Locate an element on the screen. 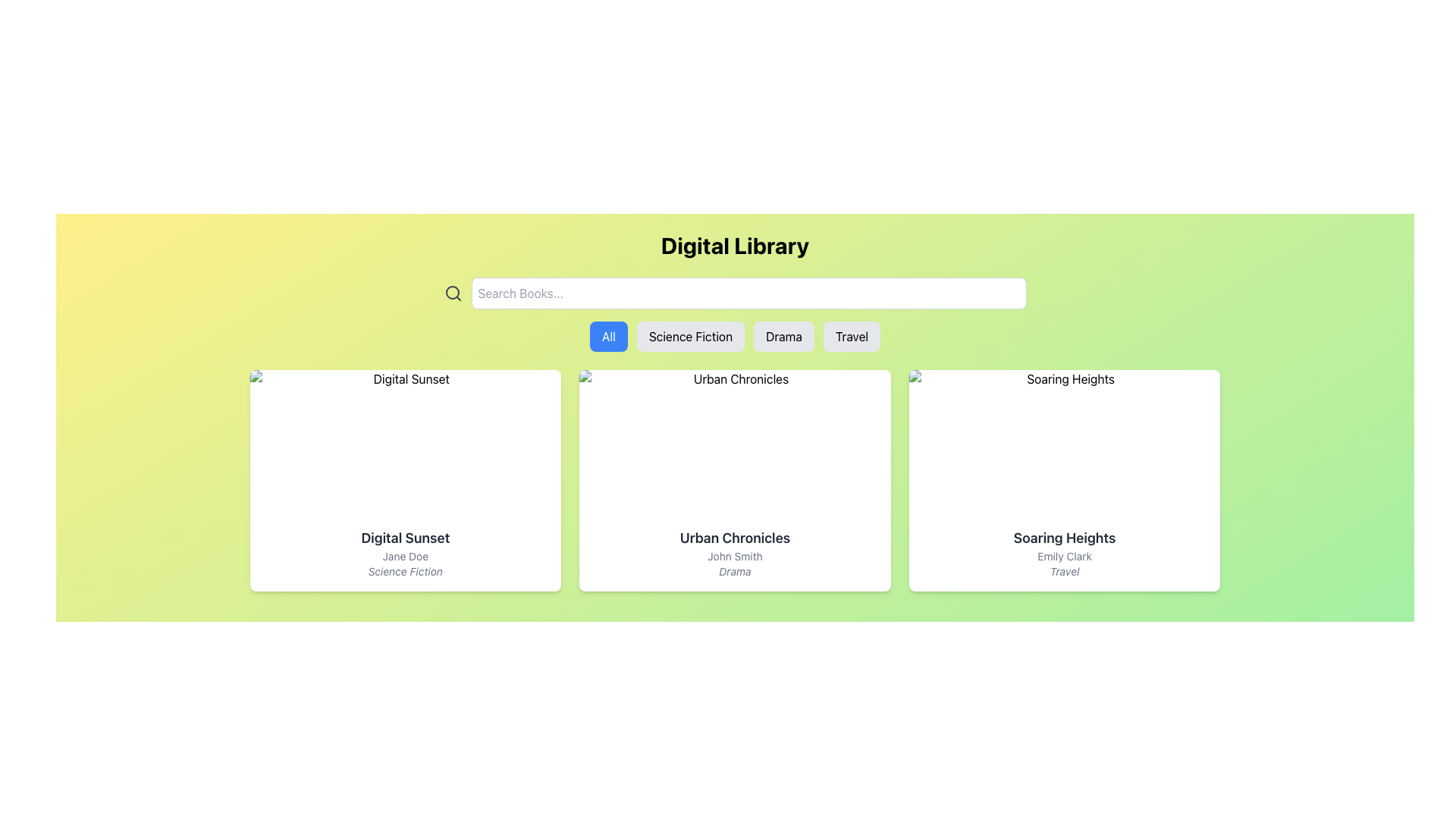 The width and height of the screenshot is (1456, 819). the static text label displaying the author's name for the book 'Urban Chronicles', which is centrally located below the title and above the italicized text 'Drama' is located at coordinates (735, 556).